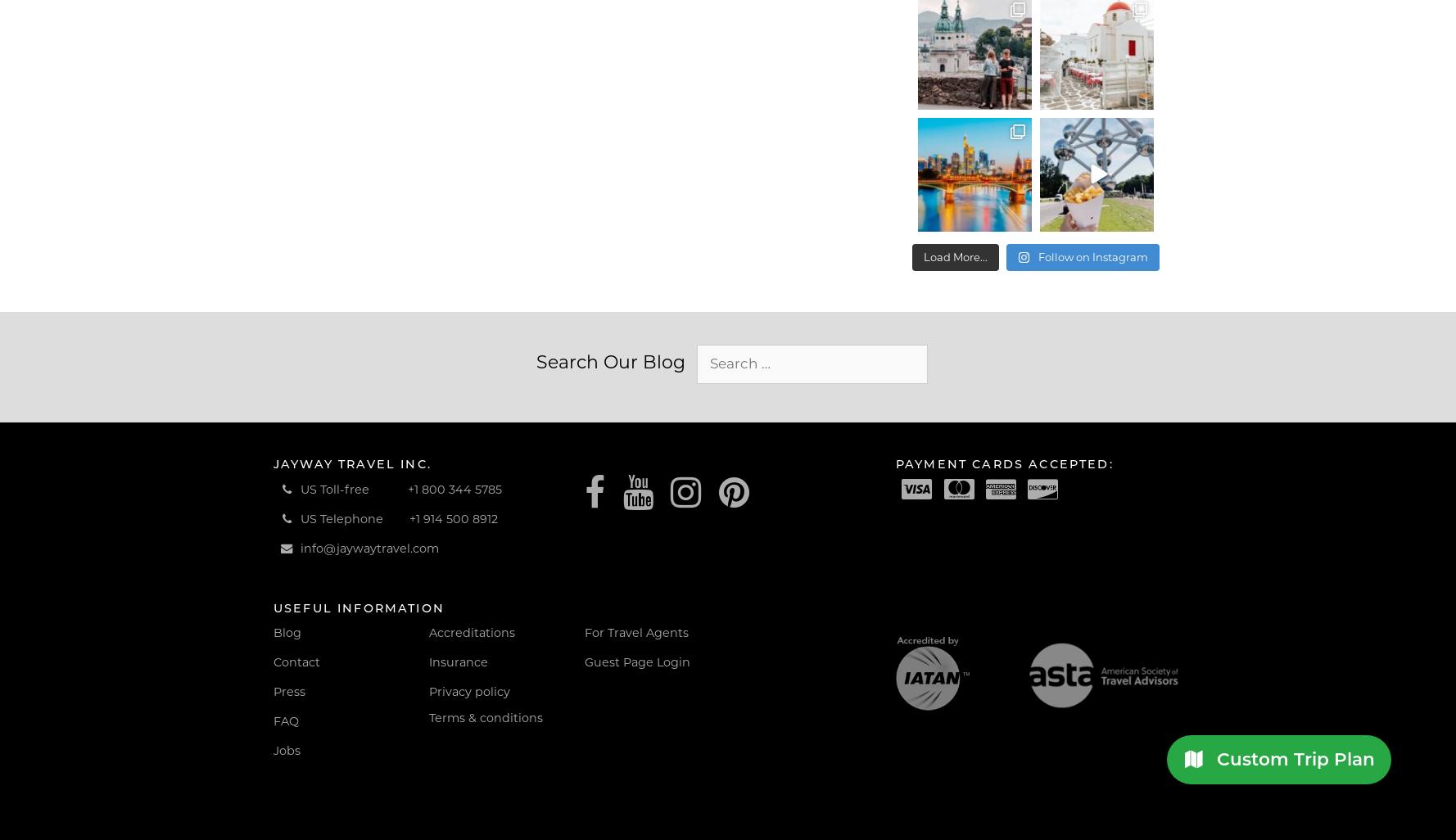  I want to click on 'Contact', so click(273, 662).